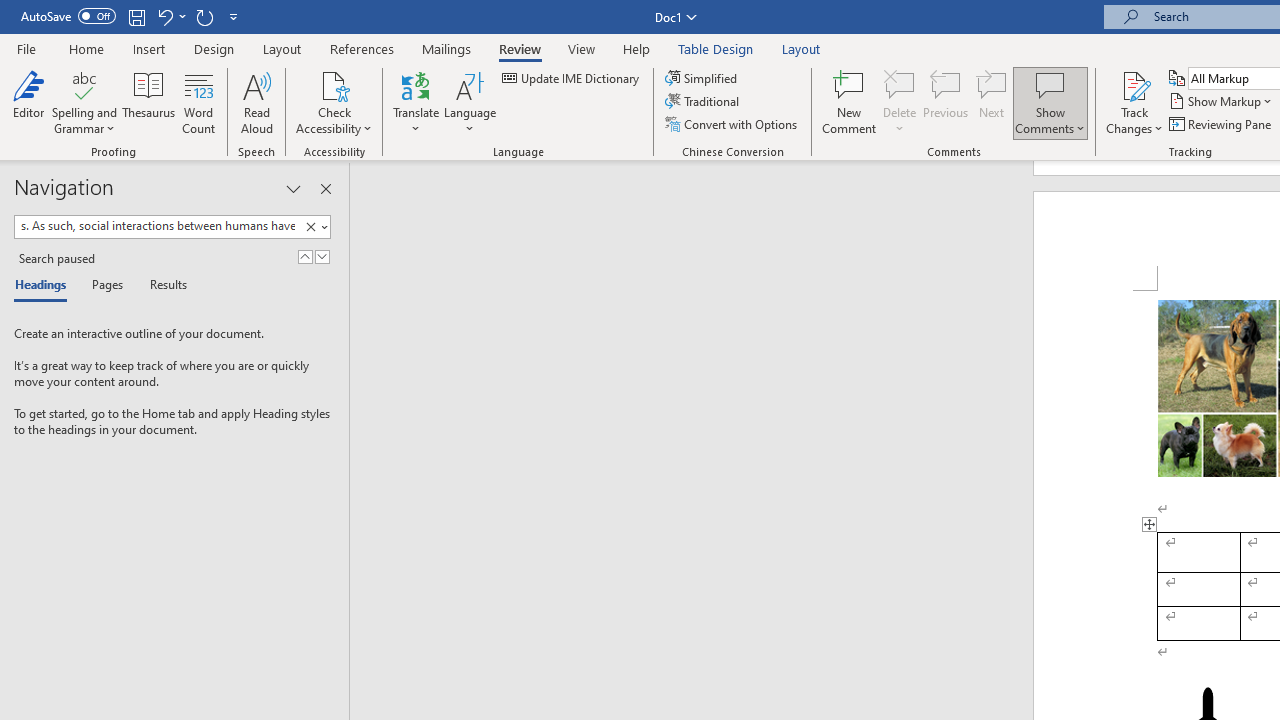 This screenshot has height=720, width=1280. I want to click on 'Read Aloud', so click(255, 103).